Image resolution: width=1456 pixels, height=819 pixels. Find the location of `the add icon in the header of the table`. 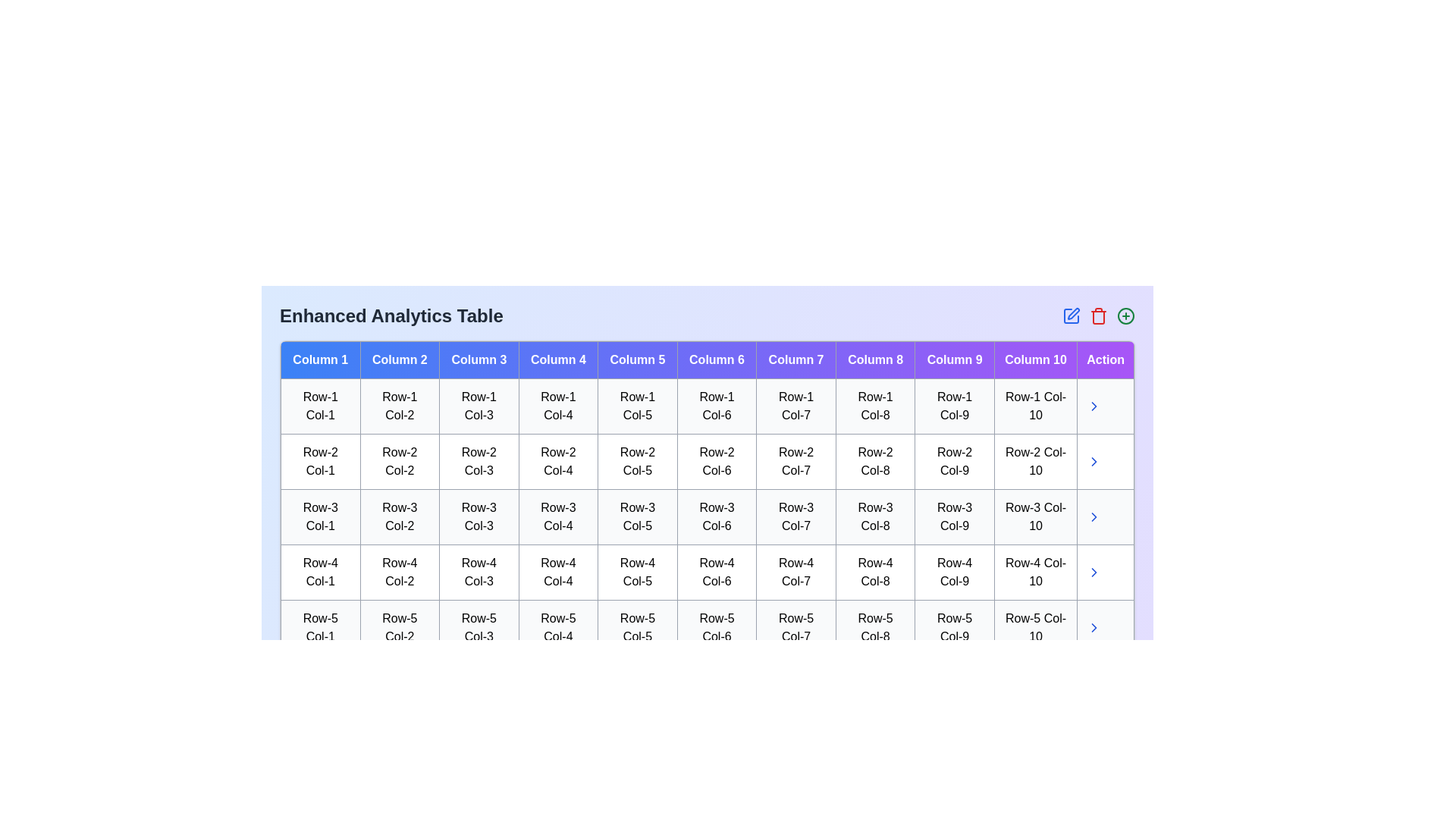

the add icon in the header of the table is located at coordinates (1125, 315).